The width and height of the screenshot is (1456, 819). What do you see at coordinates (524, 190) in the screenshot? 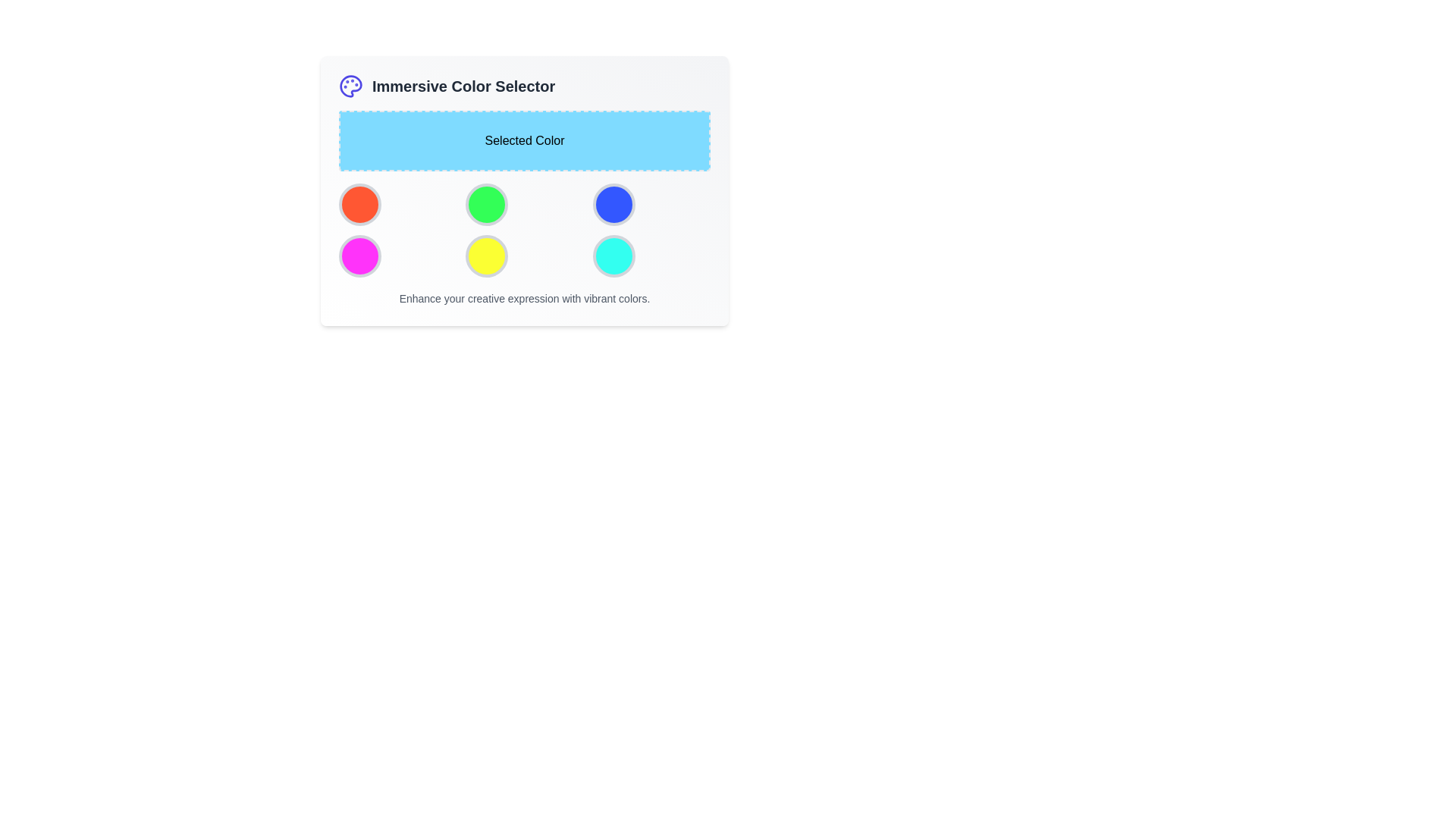
I see `the colored circular buttons in the 'Immersive Color Selector' section` at bounding box center [524, 190].